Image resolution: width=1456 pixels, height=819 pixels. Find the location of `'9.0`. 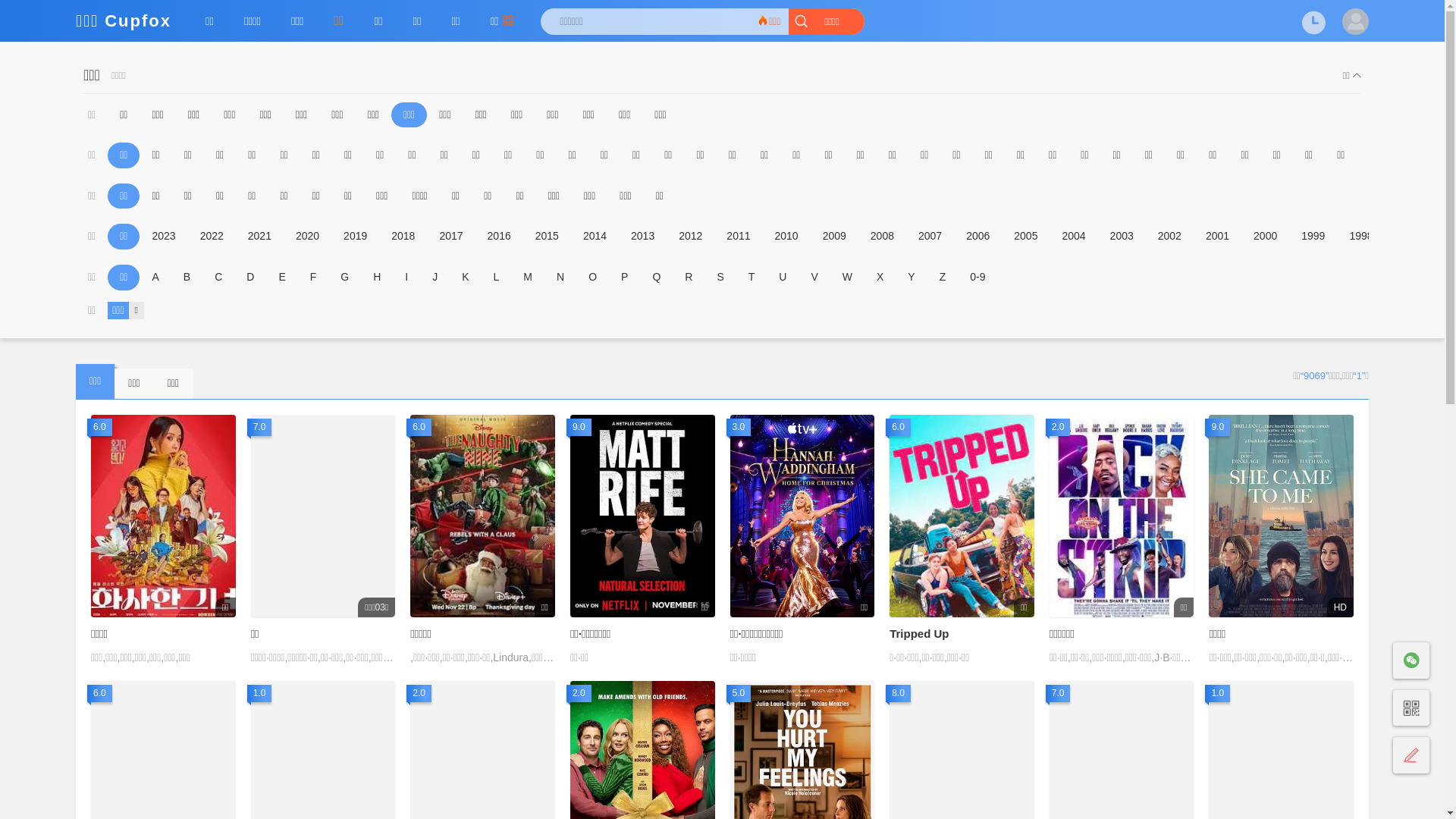

'9.0 is located at coordinates (1280, 515).